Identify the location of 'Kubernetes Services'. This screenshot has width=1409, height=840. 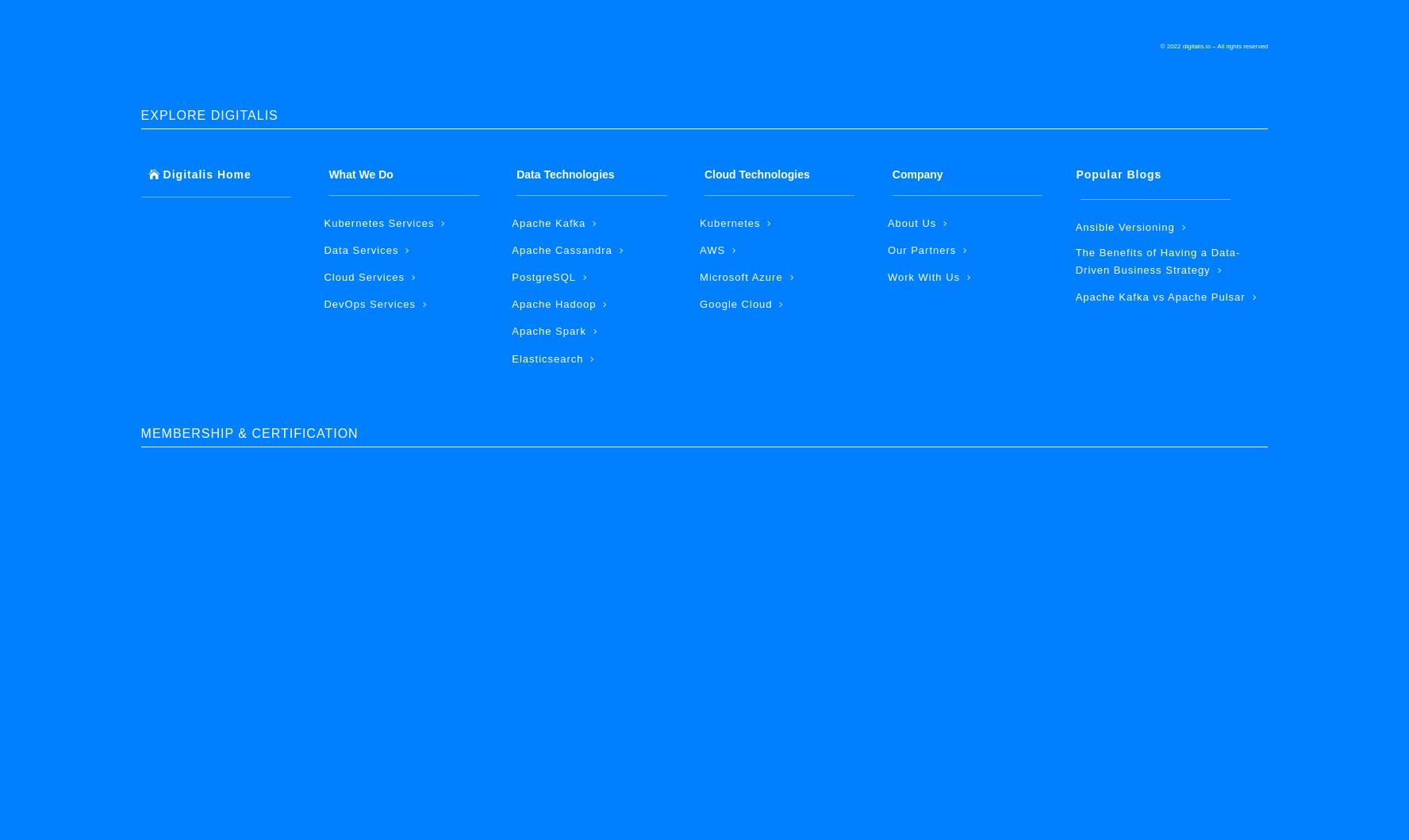
(378, 223).